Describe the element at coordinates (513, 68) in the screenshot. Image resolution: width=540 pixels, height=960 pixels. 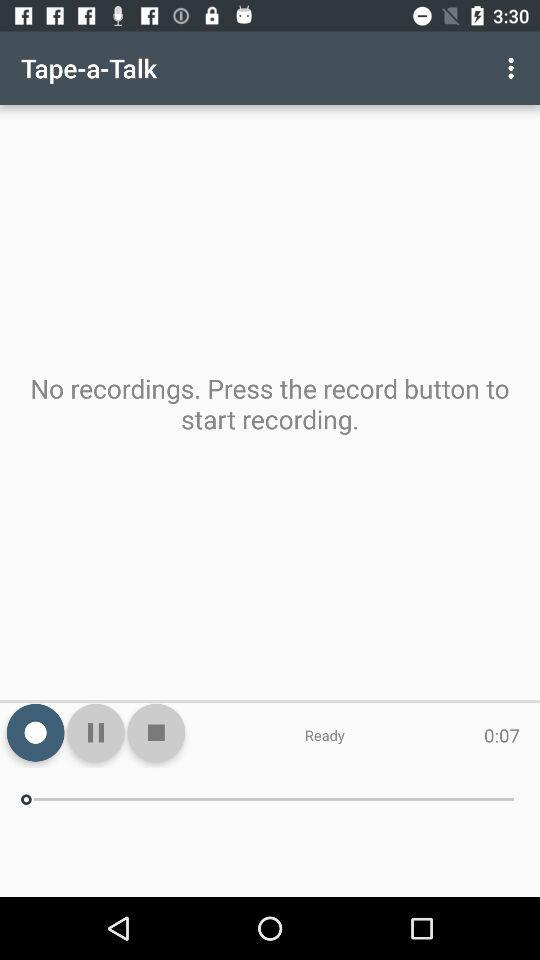
I see `the icon above the no recordings press icon` at that location.